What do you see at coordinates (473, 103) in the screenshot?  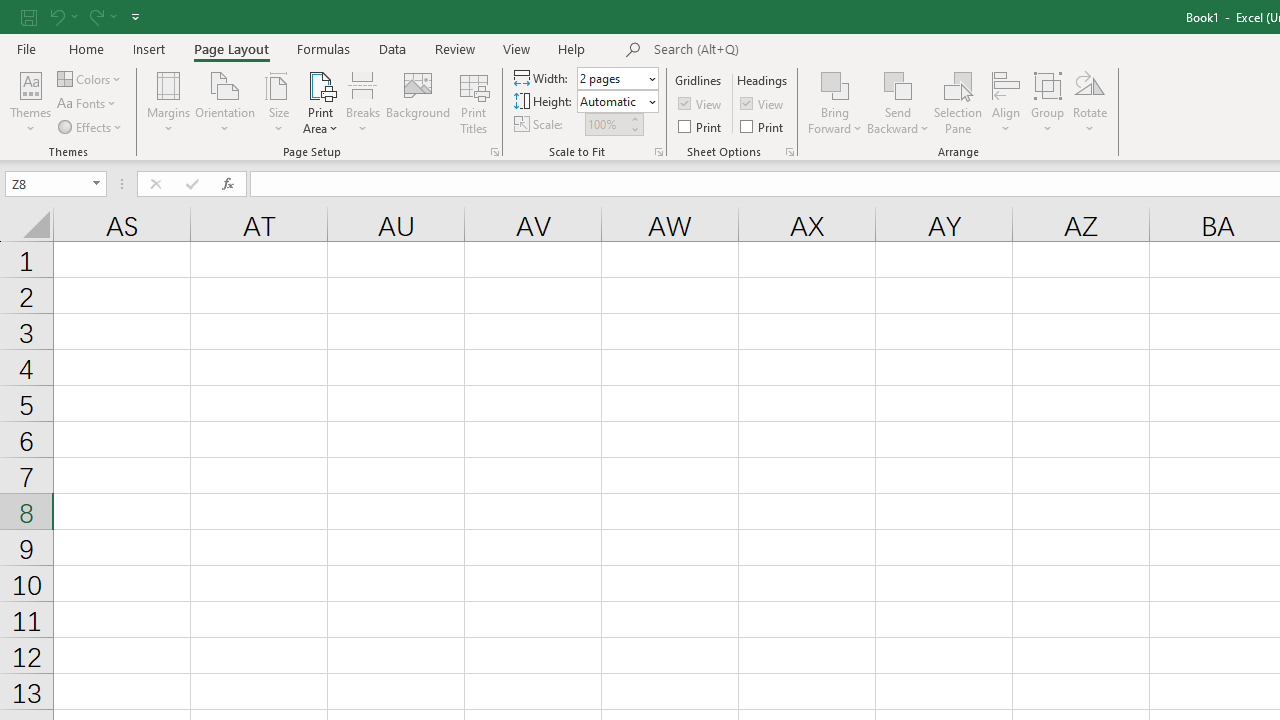 I see `'Print Titles'` at bounding box center [473, 103].